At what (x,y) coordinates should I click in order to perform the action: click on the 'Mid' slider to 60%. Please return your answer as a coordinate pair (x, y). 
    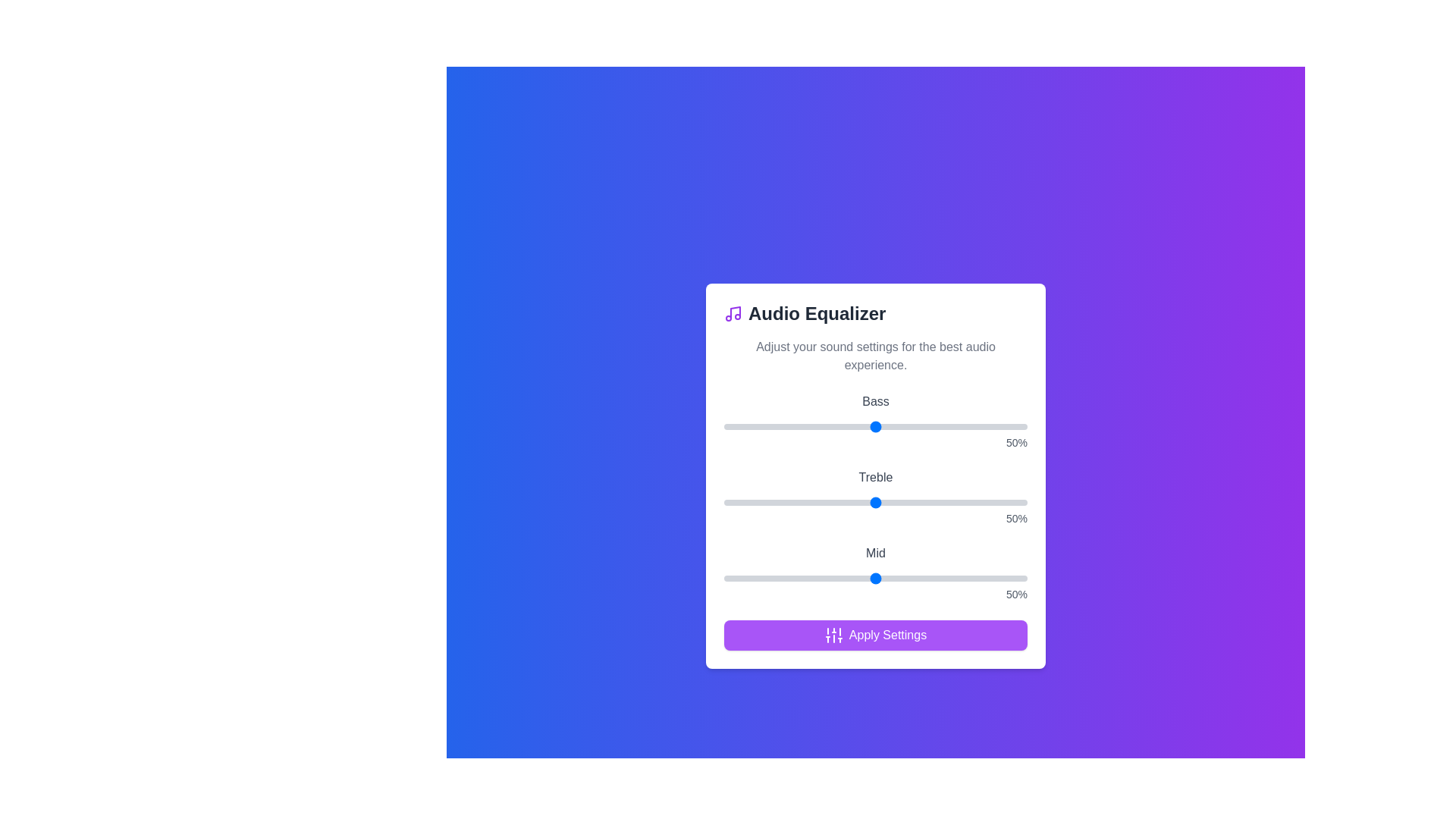
    Looking at the image, I should click on (906, 579).